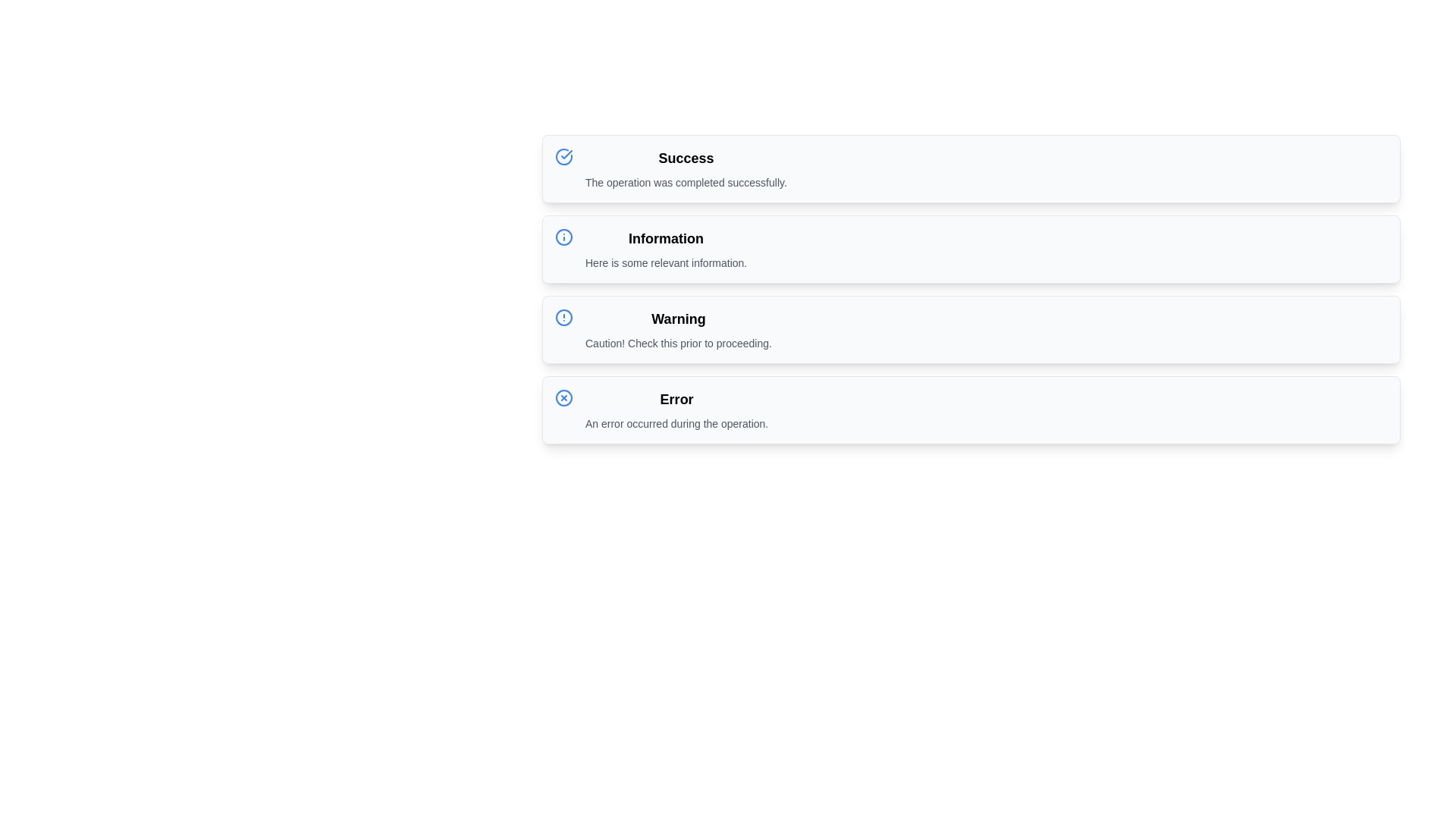 The height and width of the screenshot is (819, 1456). Describe the element at coordinates (666, 262) in the screenshot. I see `information from the text label styled in a small font size with gray text color, positioned below the 'Information' title` at that location.